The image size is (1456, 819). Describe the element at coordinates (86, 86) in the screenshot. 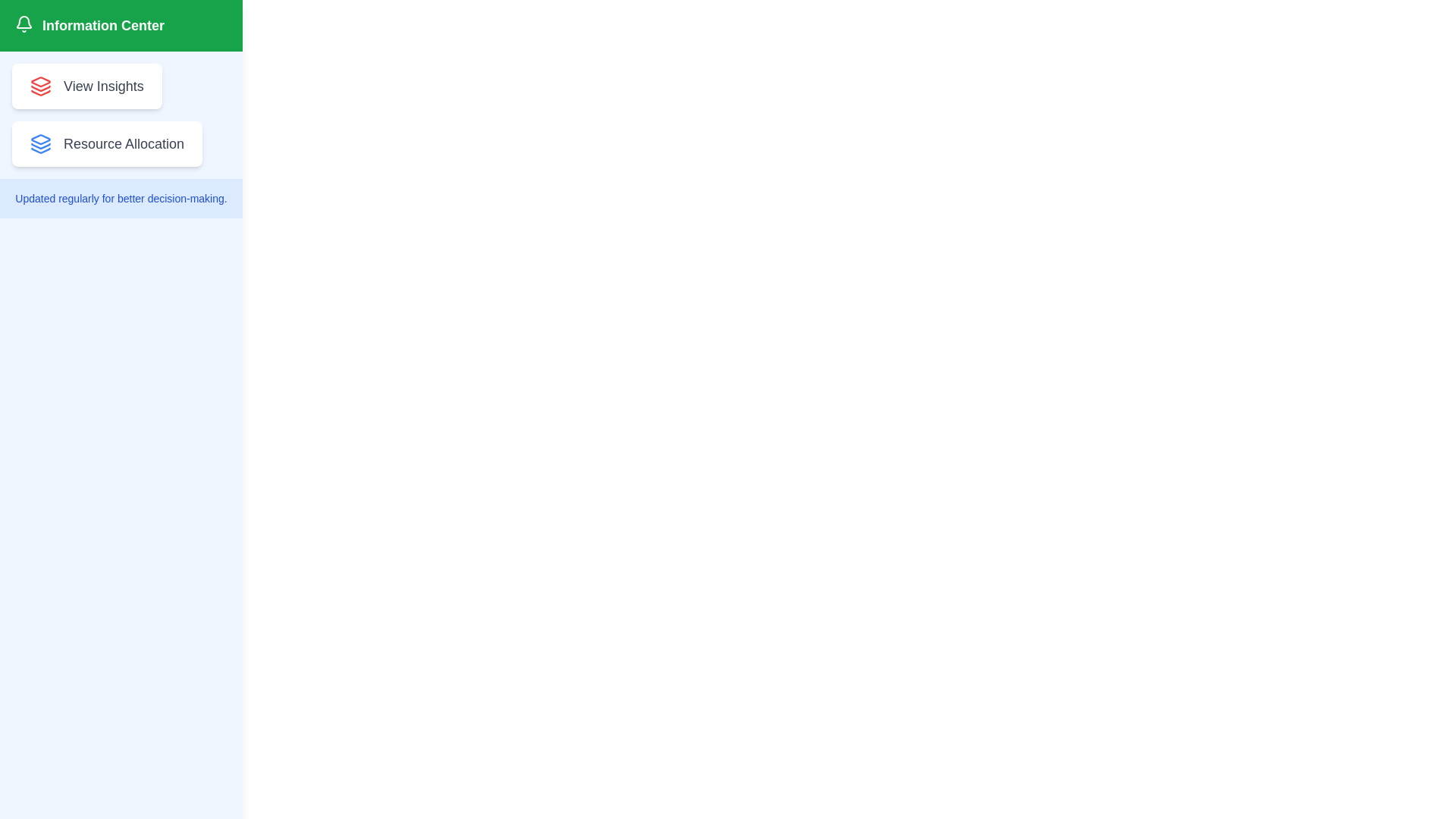

I see `the 'View Insights' button to select it` at that location.